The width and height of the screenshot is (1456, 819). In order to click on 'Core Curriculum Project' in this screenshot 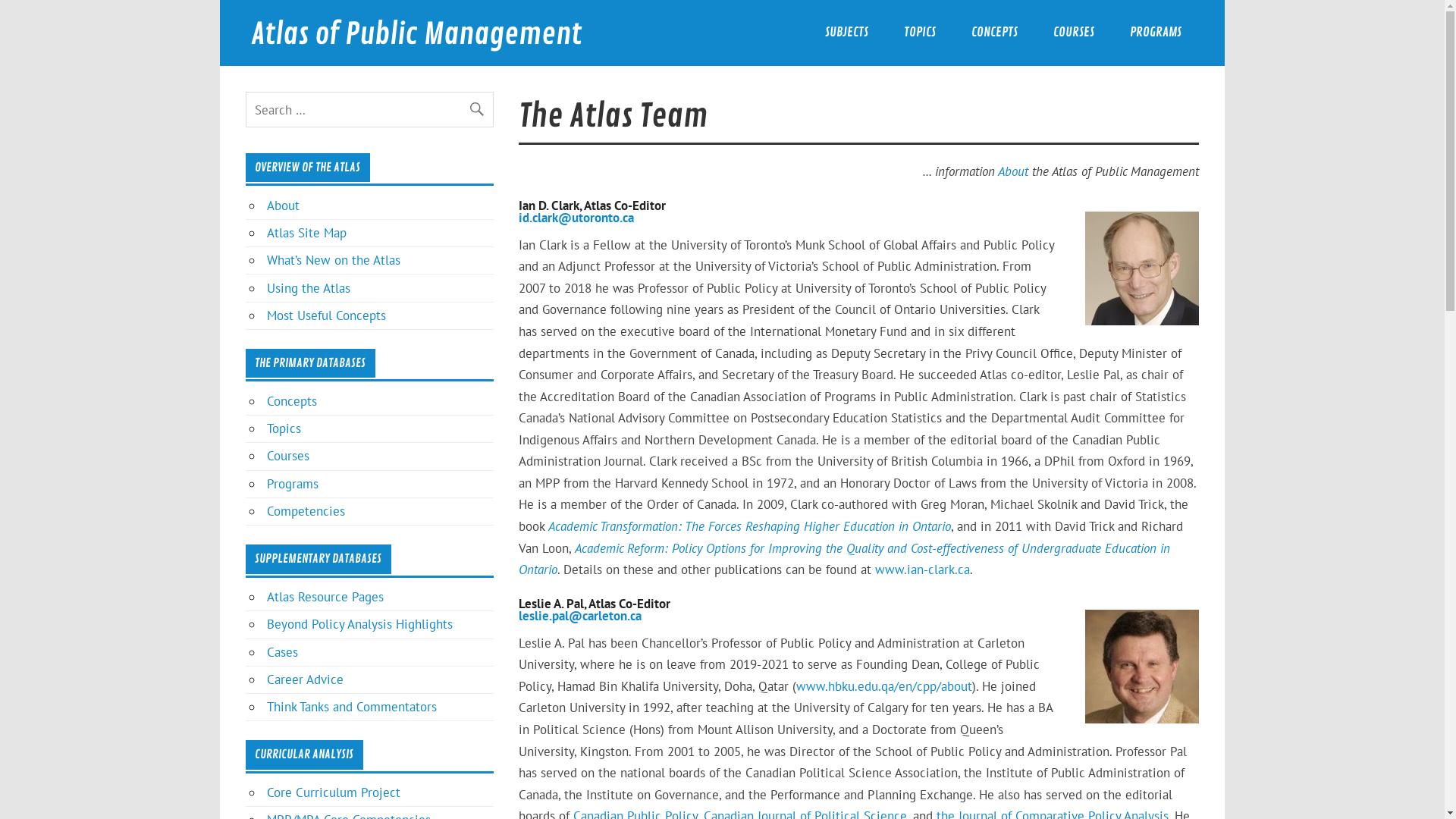, I will do `click(333, 792)`.